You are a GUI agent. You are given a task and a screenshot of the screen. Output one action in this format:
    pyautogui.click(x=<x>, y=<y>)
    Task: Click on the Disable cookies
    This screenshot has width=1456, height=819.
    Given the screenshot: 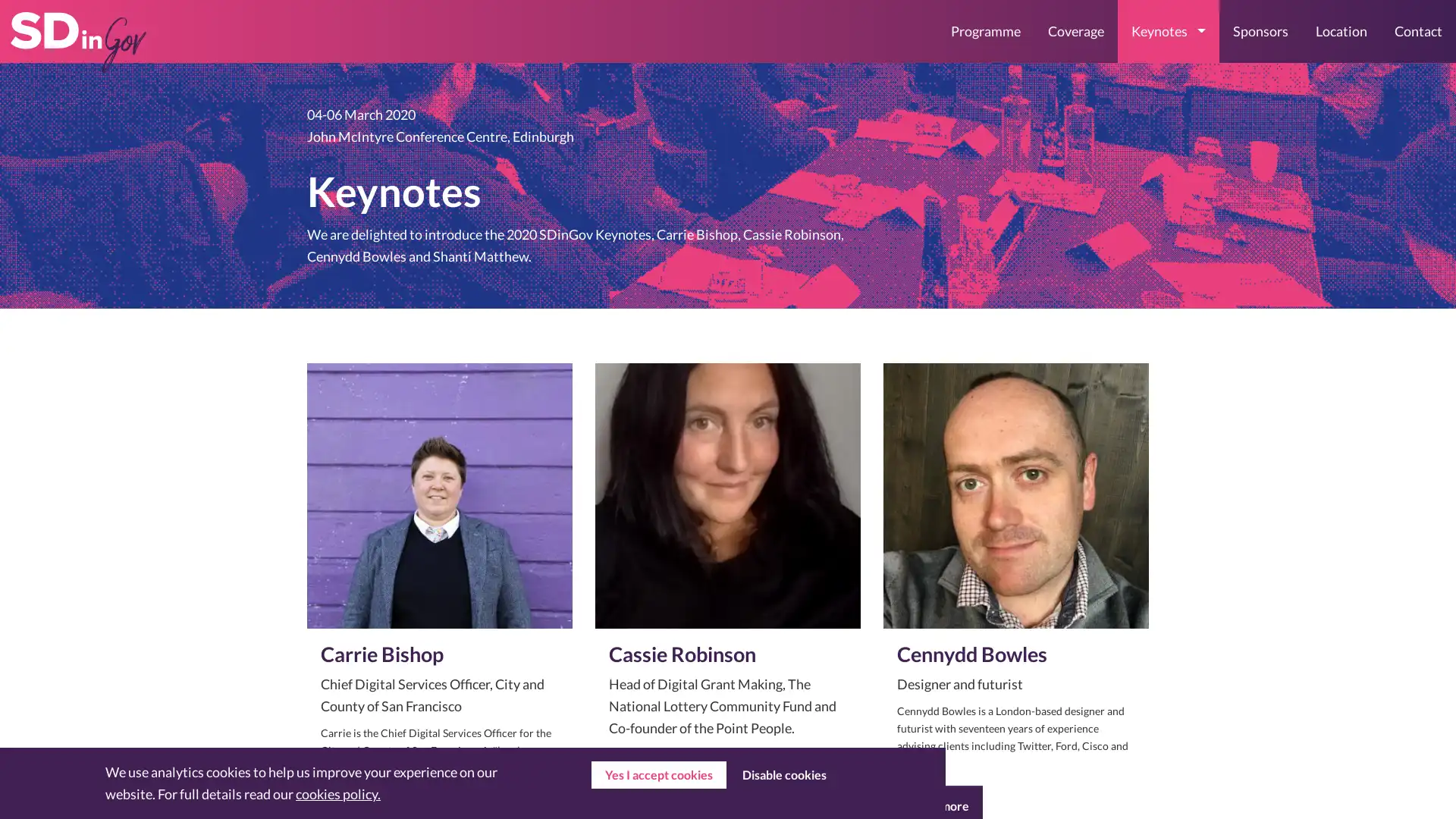 What is the action you would take?
    pyautogui.click(x=783, y=775)
    